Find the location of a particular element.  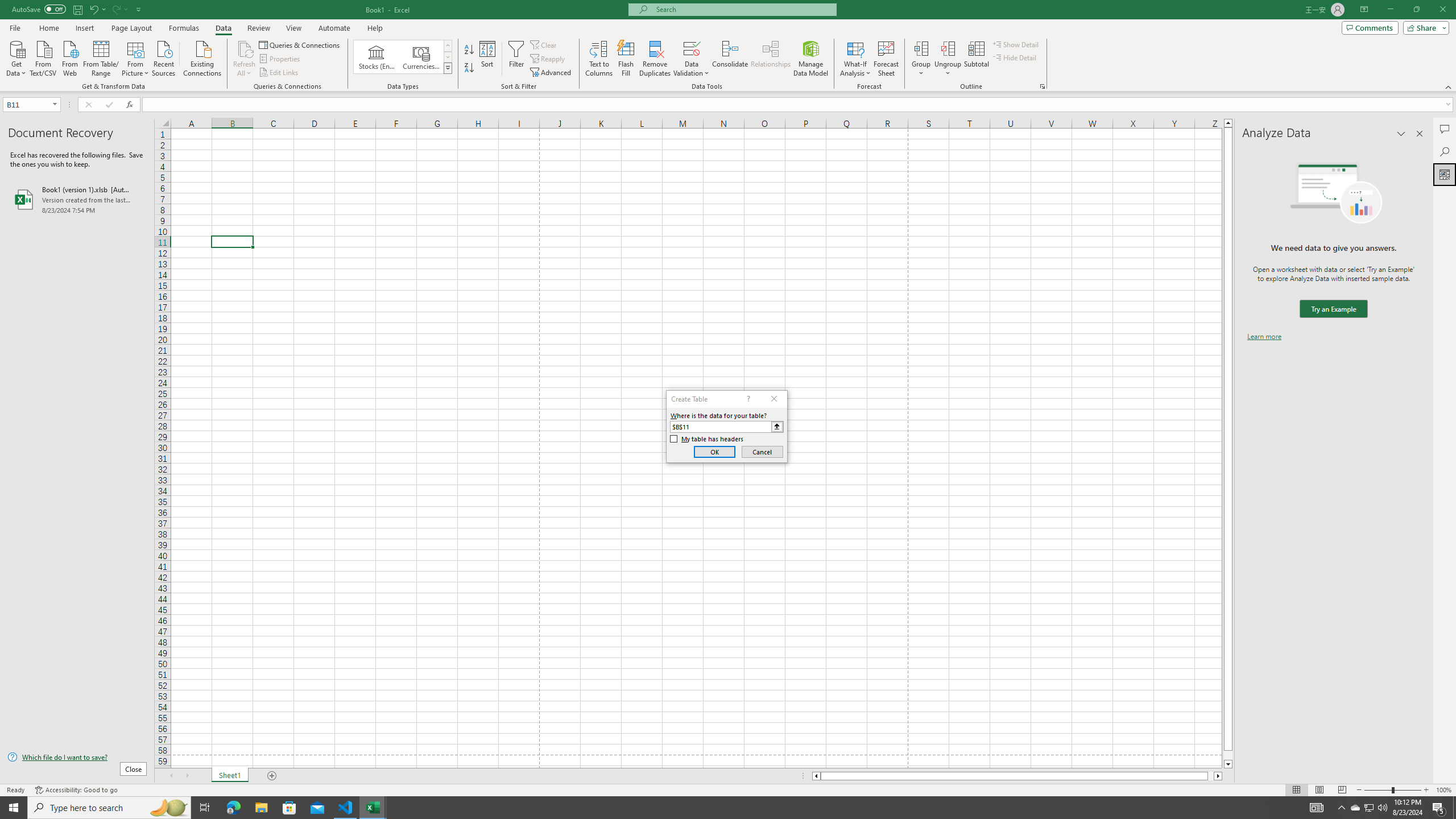

'Filter' is located at coordinates (515, 59).